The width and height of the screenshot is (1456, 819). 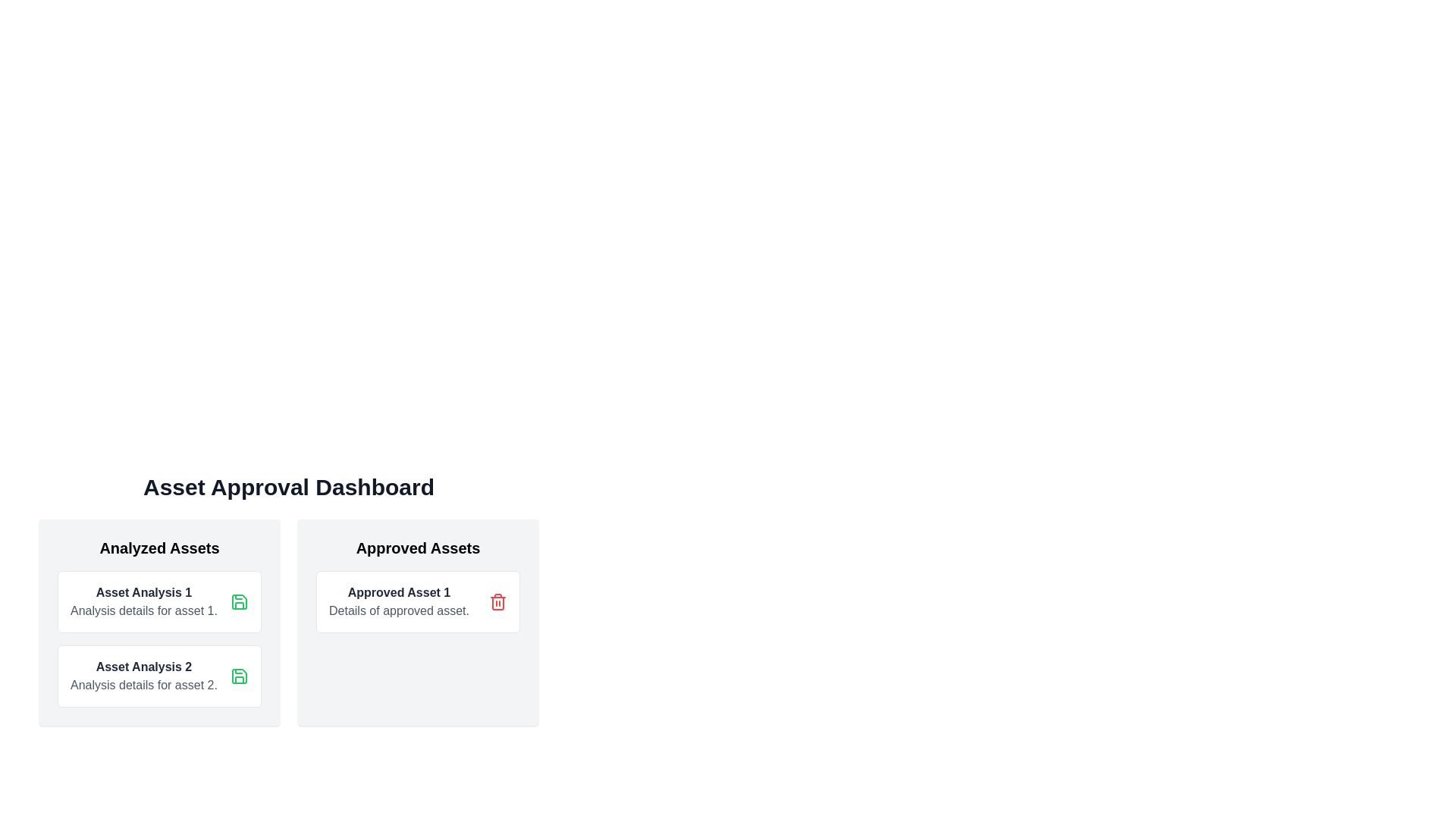 I want to click on the green floppy disk icon button located in the top-right corner of the 'Asset Analysis 1' card, so click(x=239, y=601).